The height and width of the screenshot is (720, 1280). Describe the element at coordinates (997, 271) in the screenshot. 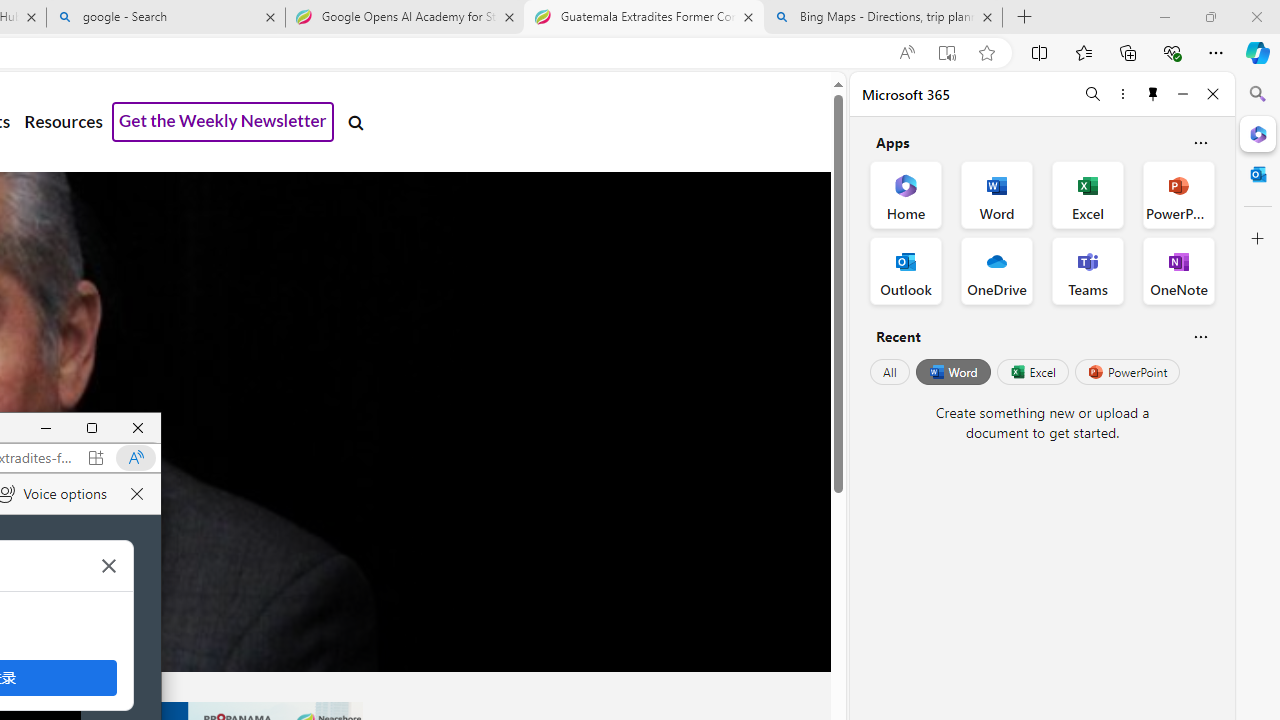

I see `'OneDrive Office App'` at that location.